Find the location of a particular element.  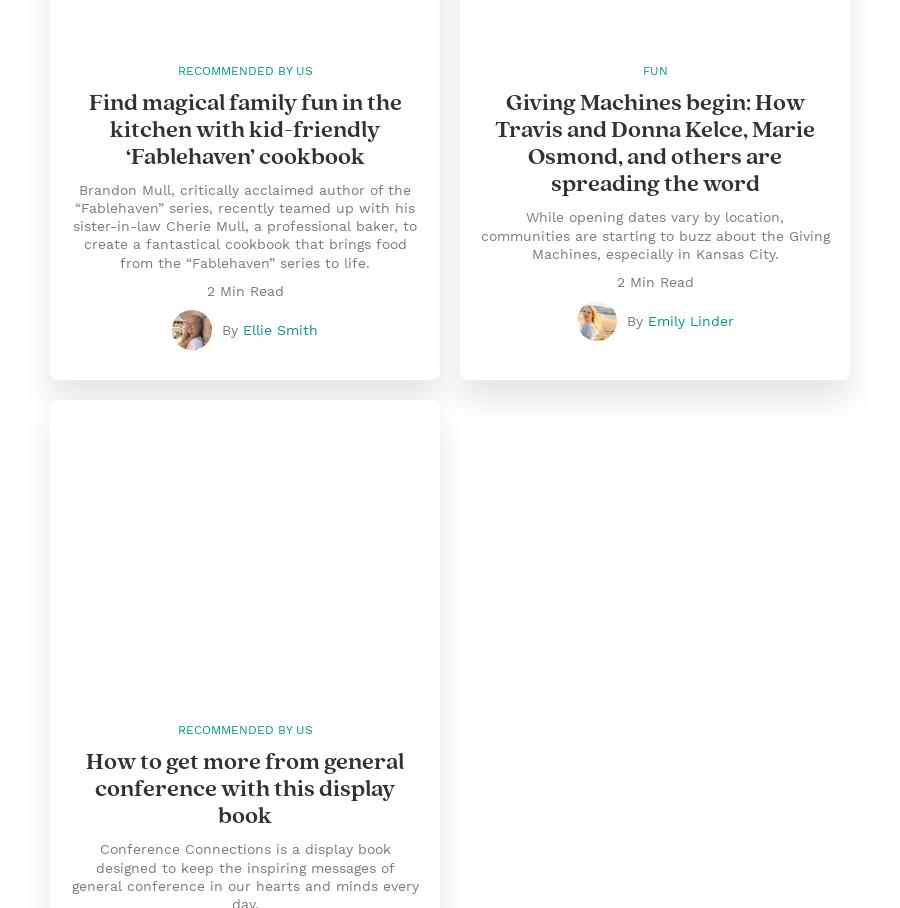

'Fun' is located at coordinates (641, 70).